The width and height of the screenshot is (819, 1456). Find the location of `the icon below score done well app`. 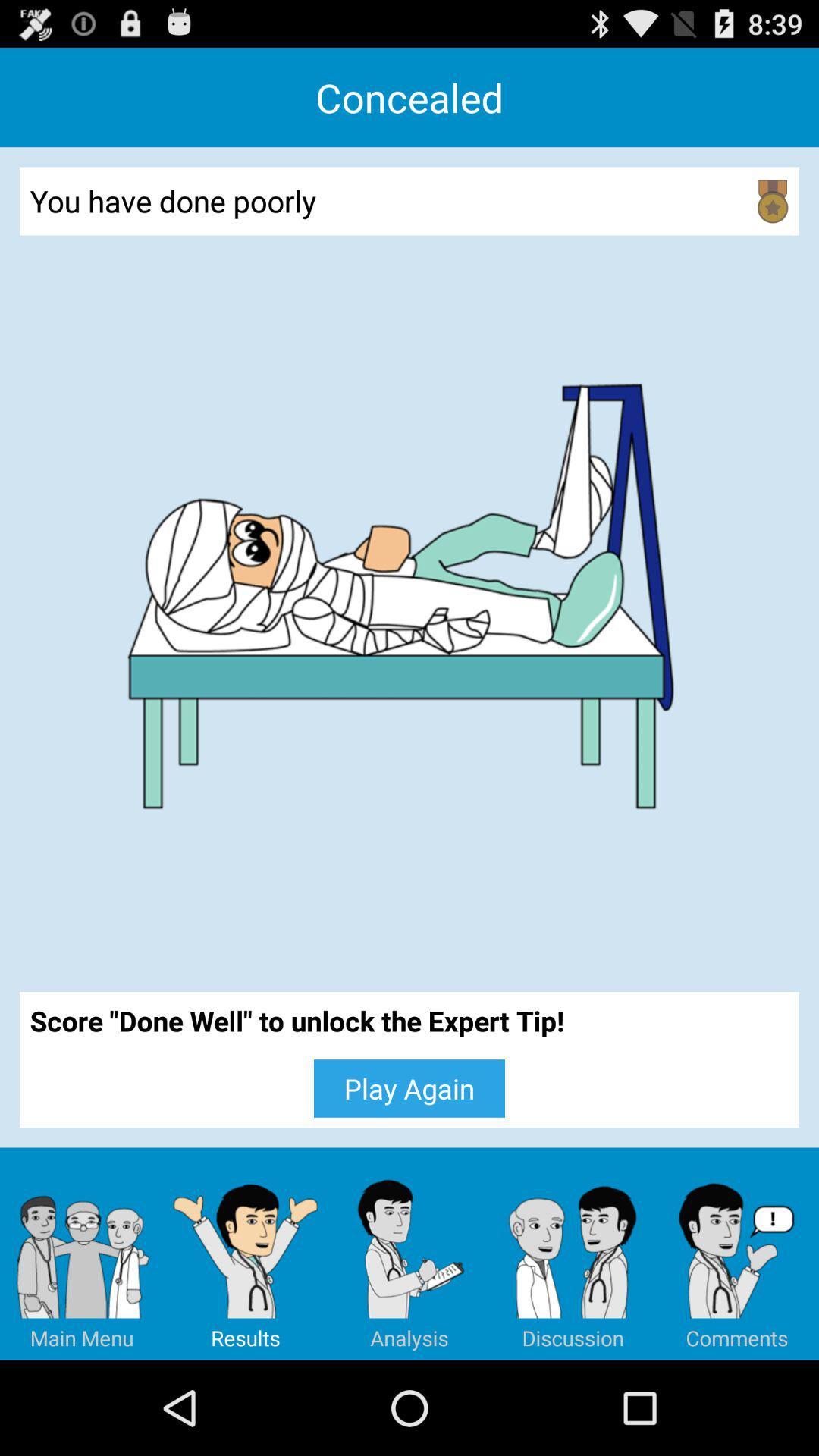

the icon below score done well app is located at coordinates (409, 1087).